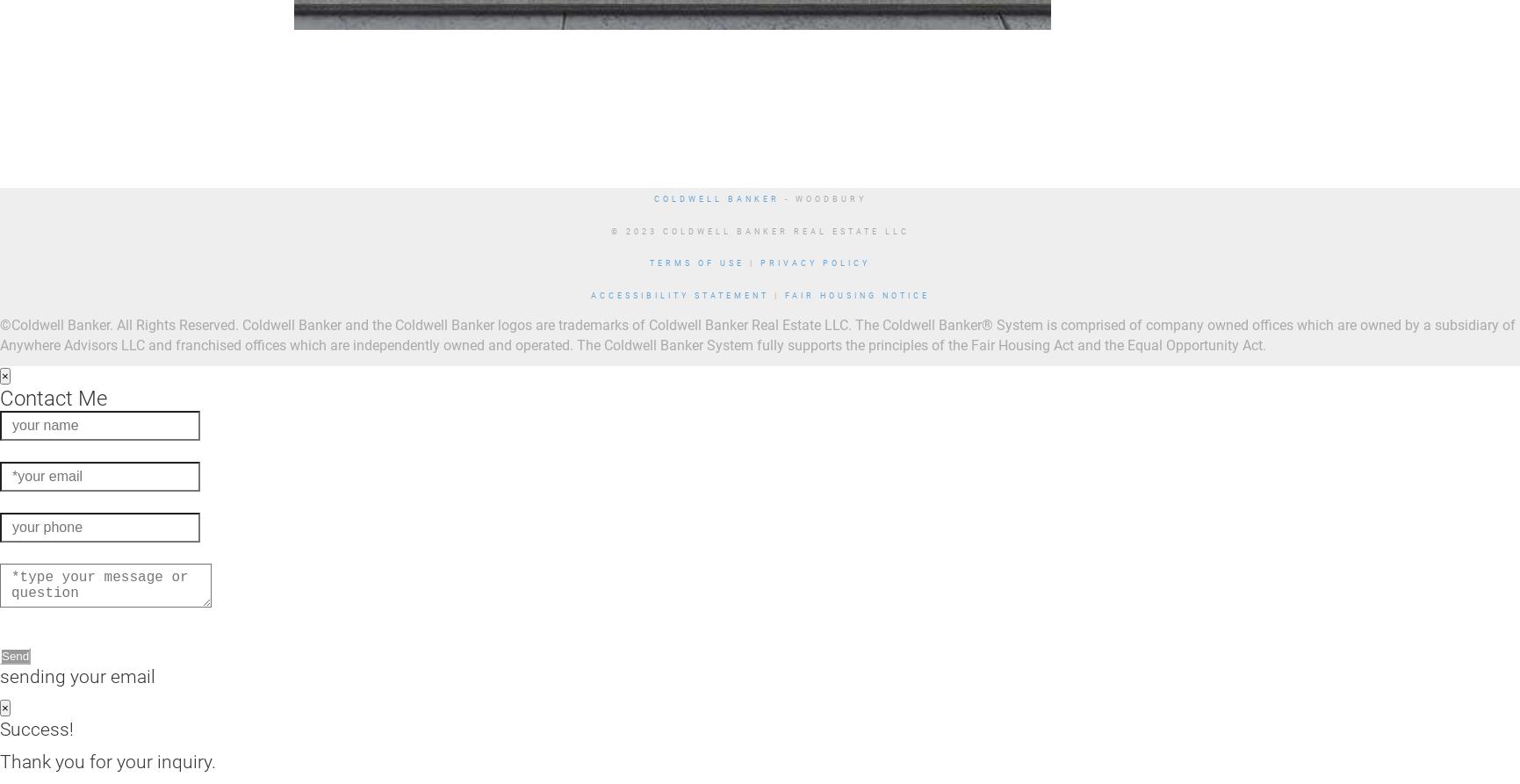 The height and width of the screenshot is (784, 1520). I want to click on '©Coldwell Banker. All Rights Reserved. Coldwell Banker and the Coldwell Banker logos are trademarks of Coldwell Banker Real Estate LLC. The Coldwell Banker® System is comprised of company owned offices which are owned by a subsidiary of Anywhere Advisors LLC and franchised offices which are independently owned and operated. The Coldwell Banker System fully supports the principles of the Fair Housing Act and the Equal Opportunity Act.', so click(0, 334).